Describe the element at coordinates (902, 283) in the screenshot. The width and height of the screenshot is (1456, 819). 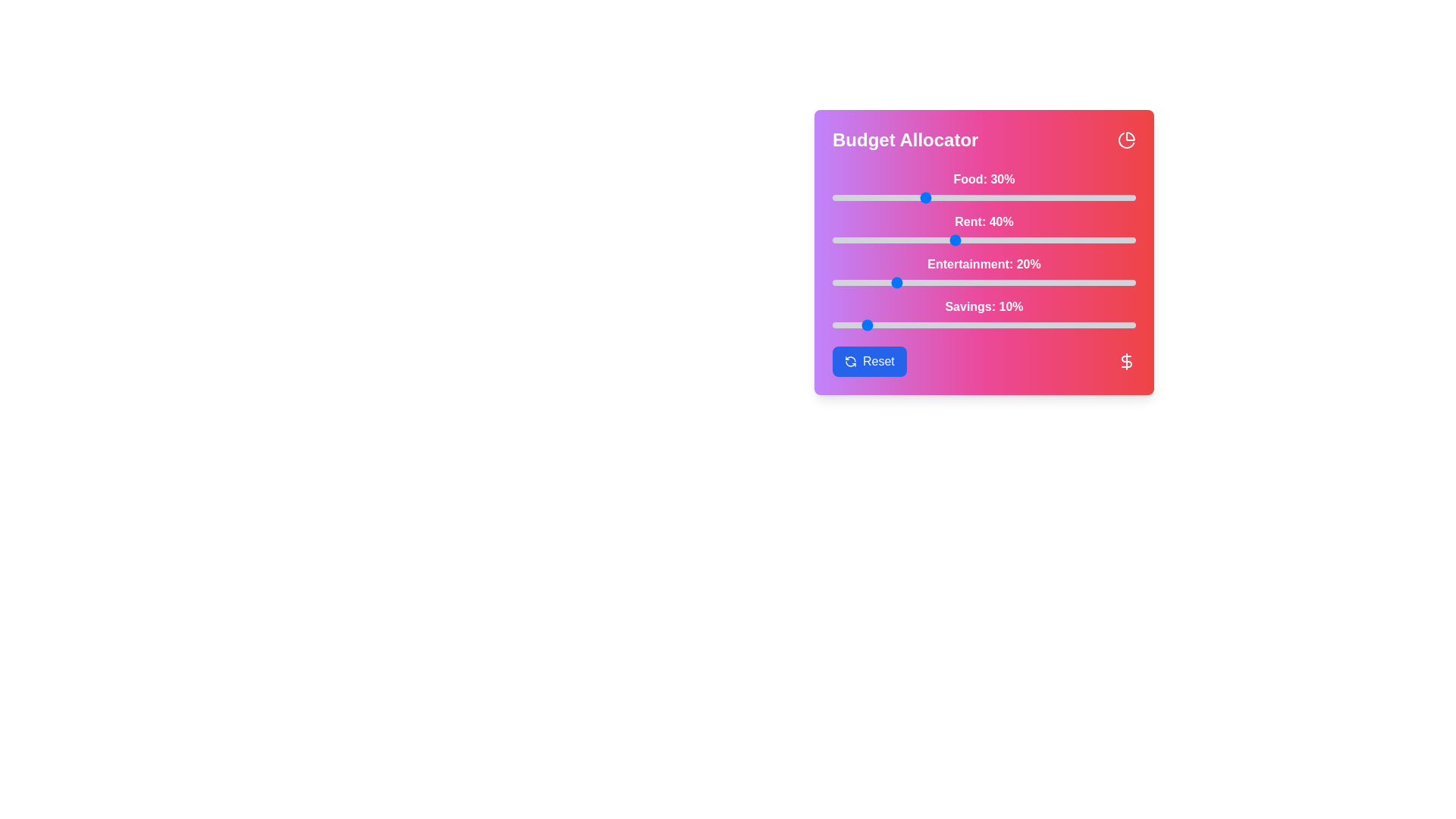
I see `the slider value` at that location.